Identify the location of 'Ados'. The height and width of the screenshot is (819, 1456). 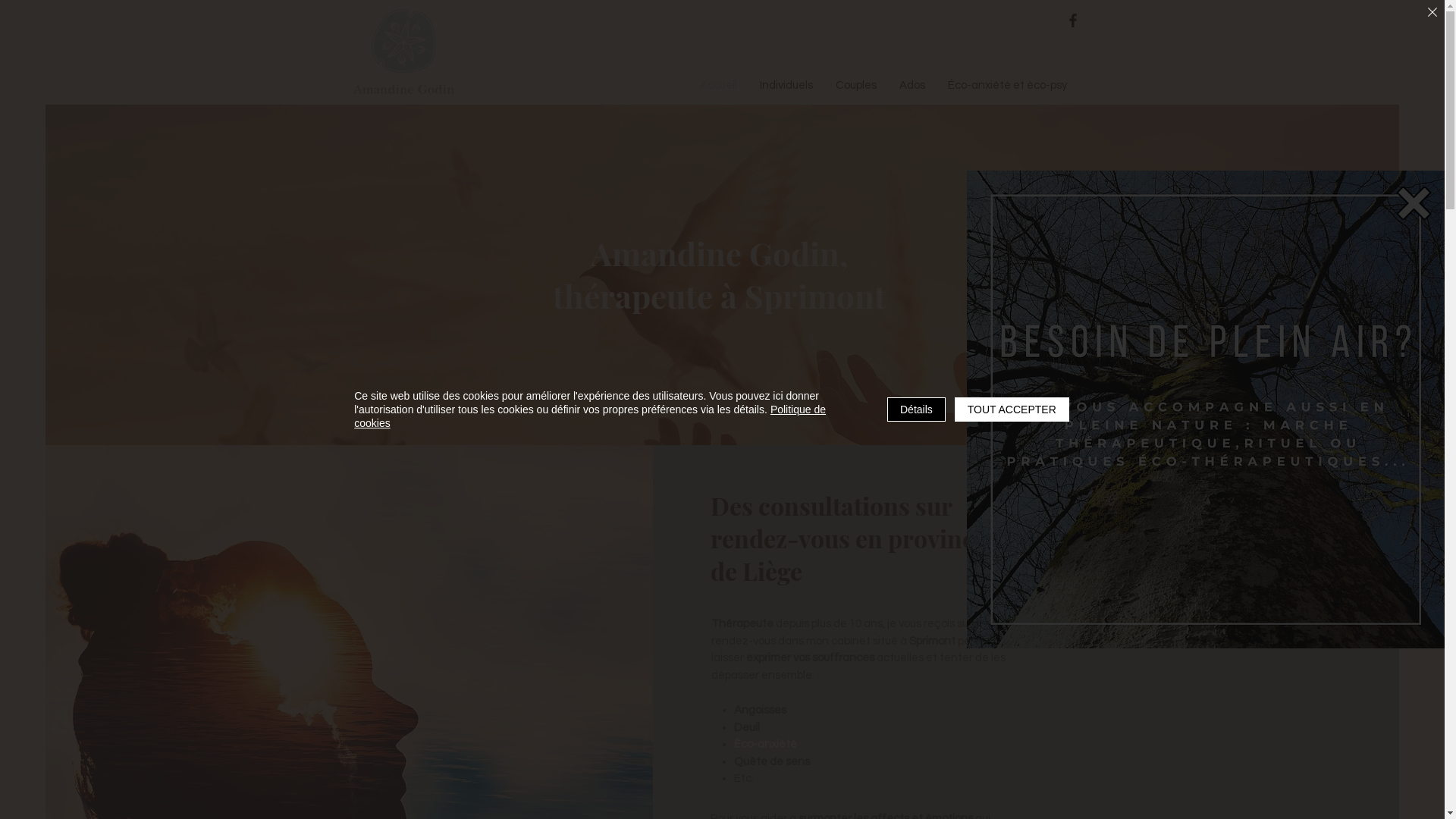
(910, 85).